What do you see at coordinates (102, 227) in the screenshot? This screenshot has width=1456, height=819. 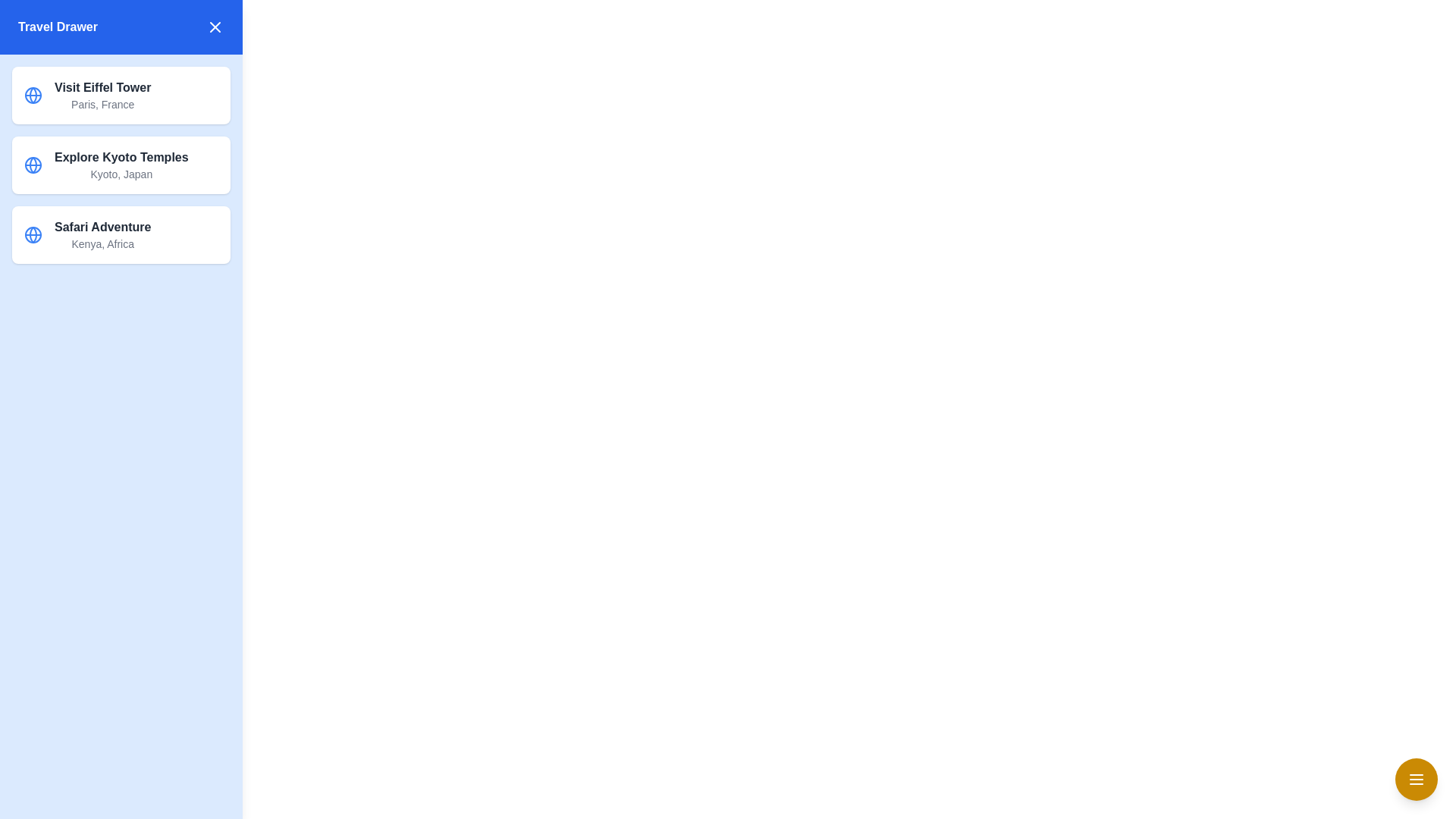 I see `title text of the third entry in the left-aligned Travel Drawer, which is positioned above the subtitle 'Kenya, Africa'` at bounding box center [102, 227].